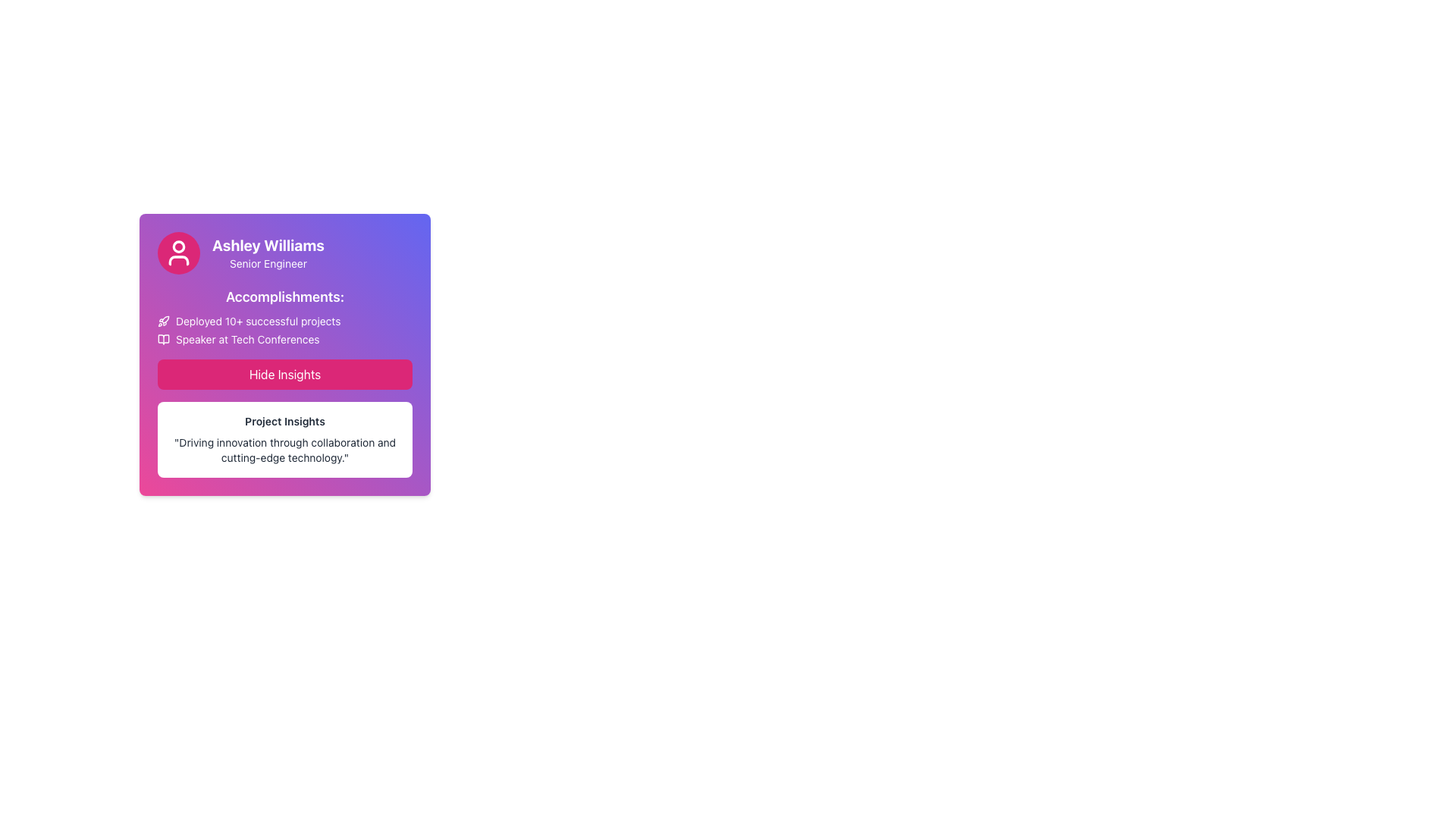 The height and width of the screenshot is (819, 1456). What do you see at coordinates (268, 245) in the screenshot?
I see `displayed name 'Ashley Williams' from the bold text at the top of the colorful gradient card` at bounding box center [268, 245].